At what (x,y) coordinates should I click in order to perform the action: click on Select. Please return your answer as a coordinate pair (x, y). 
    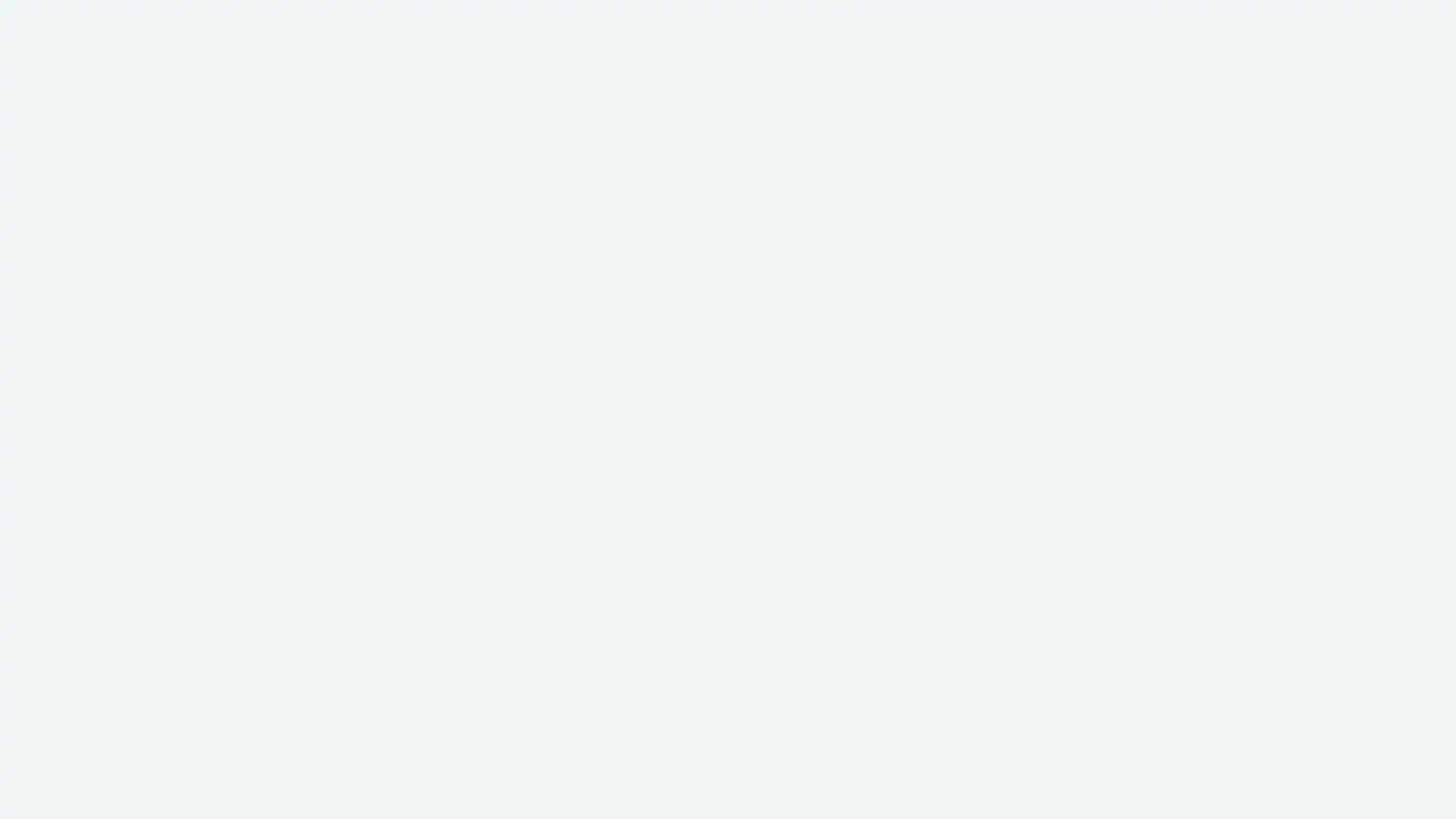
    Looking at the image, I should click on (726, 591).